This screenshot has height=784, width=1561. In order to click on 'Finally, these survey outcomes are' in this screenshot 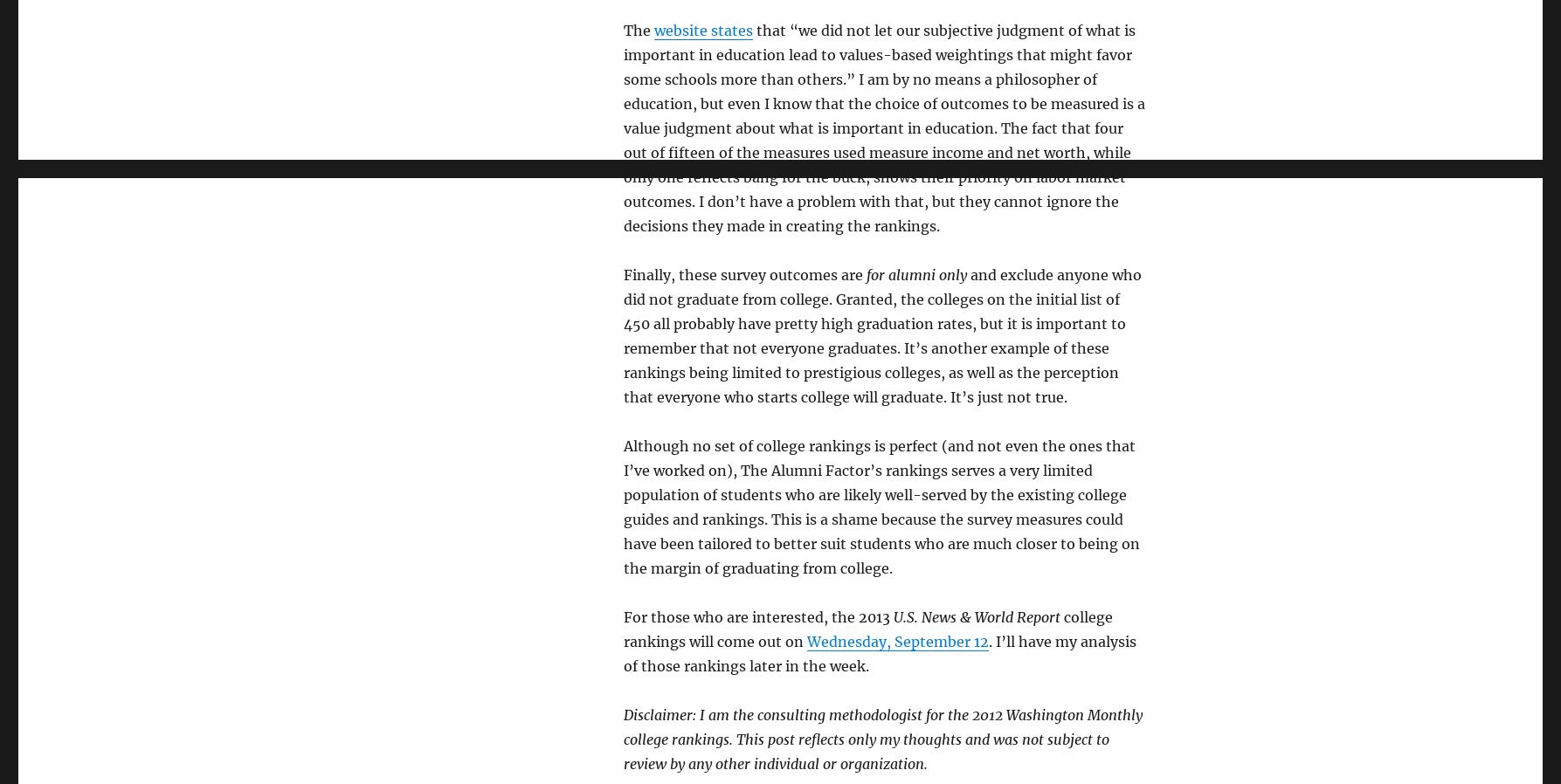, I will do `click(744, 275)`.